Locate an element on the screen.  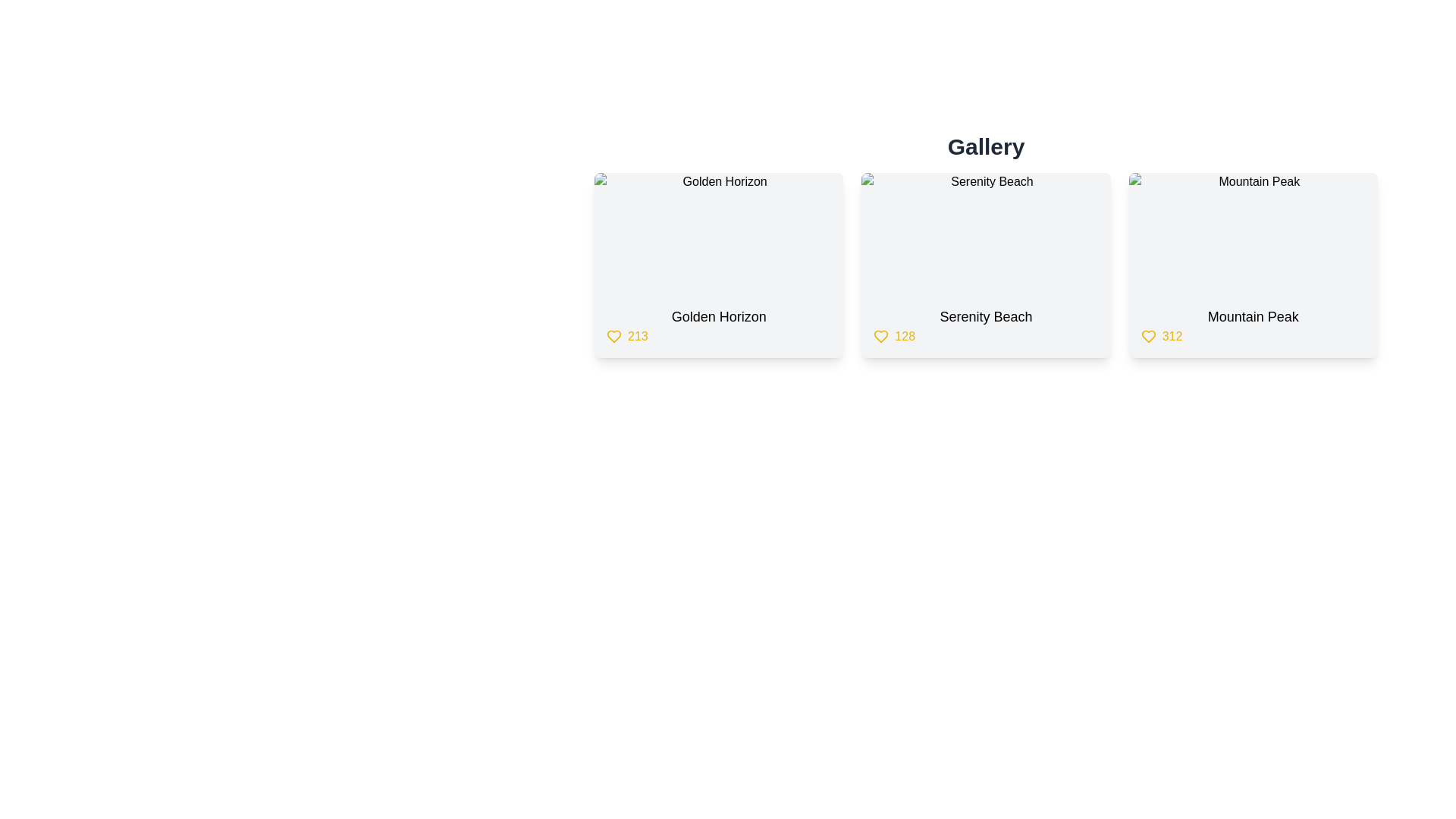
text label 'Serenity Beach' displayed prominently in bold font, located above the numerical label '128' in the center card of a row of three cards is located at coordinates (986, 315).